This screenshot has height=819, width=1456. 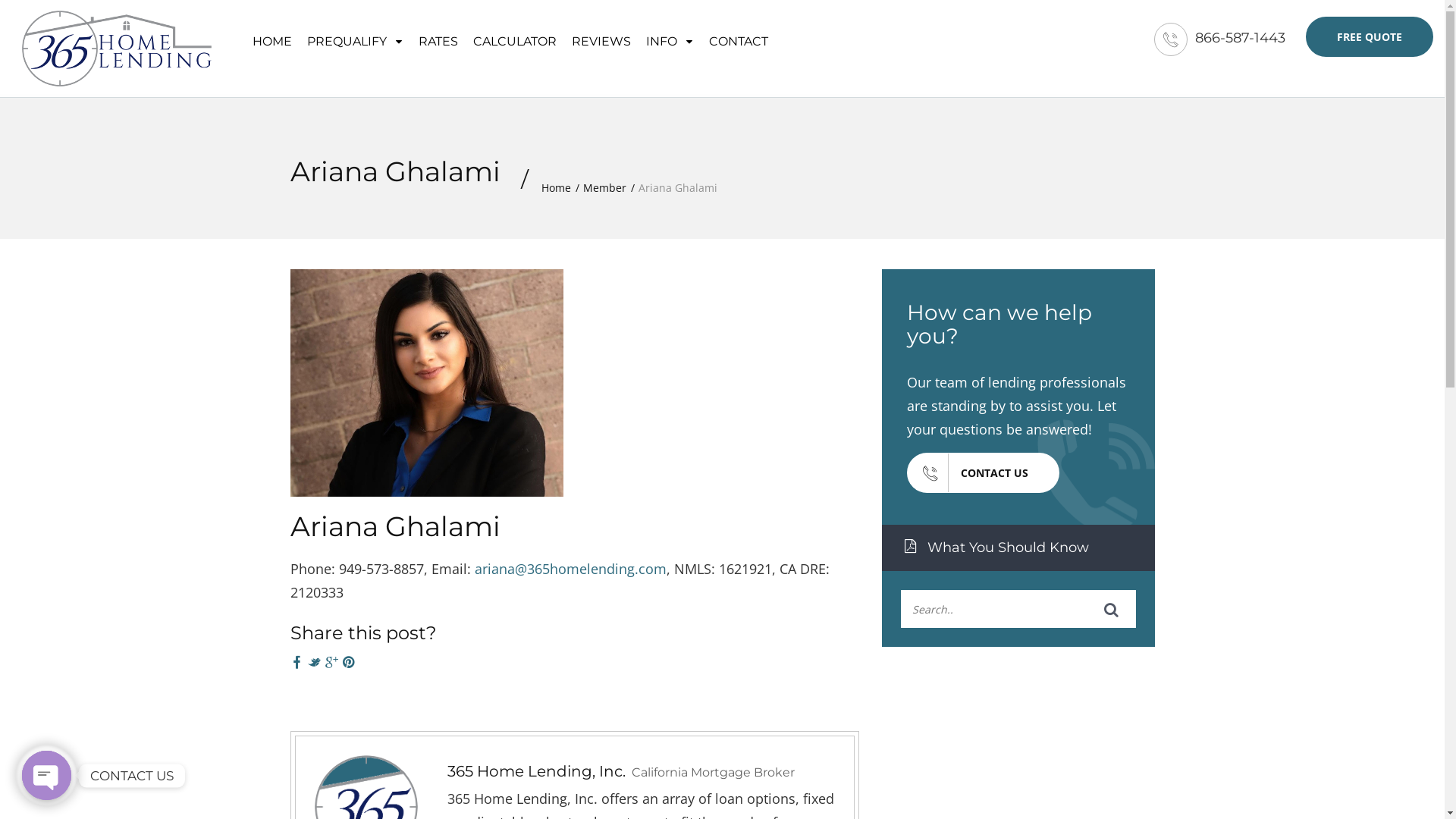 What do you see at coordinates (354, 38) in the screenshot?
I see `'PREQUALIFY'` at bounding box center [354, 38].